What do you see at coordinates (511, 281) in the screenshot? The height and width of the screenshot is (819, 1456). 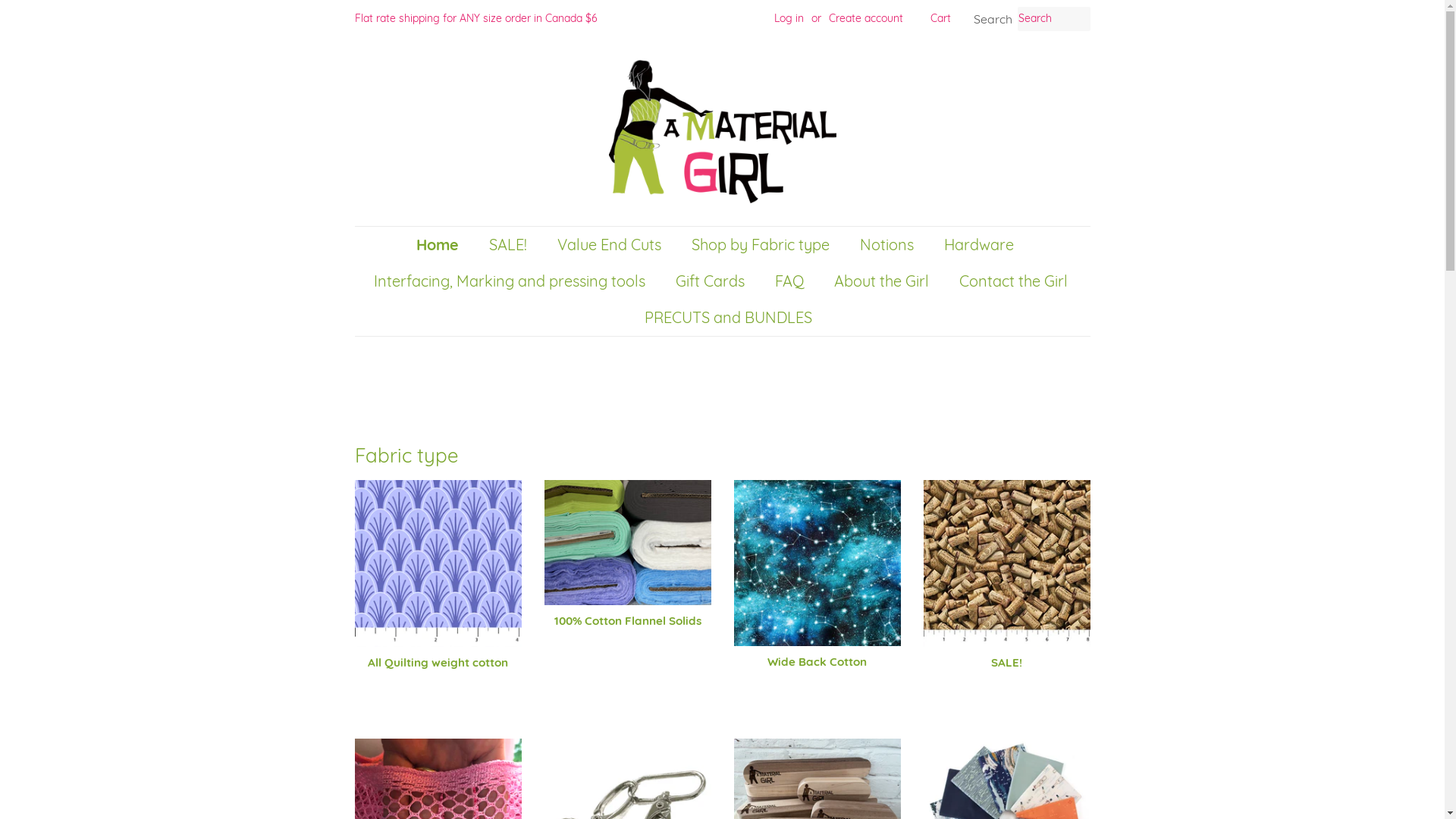 I see `'Interfacing, Marking and pressing tools'` at bounding box center [511, 281].